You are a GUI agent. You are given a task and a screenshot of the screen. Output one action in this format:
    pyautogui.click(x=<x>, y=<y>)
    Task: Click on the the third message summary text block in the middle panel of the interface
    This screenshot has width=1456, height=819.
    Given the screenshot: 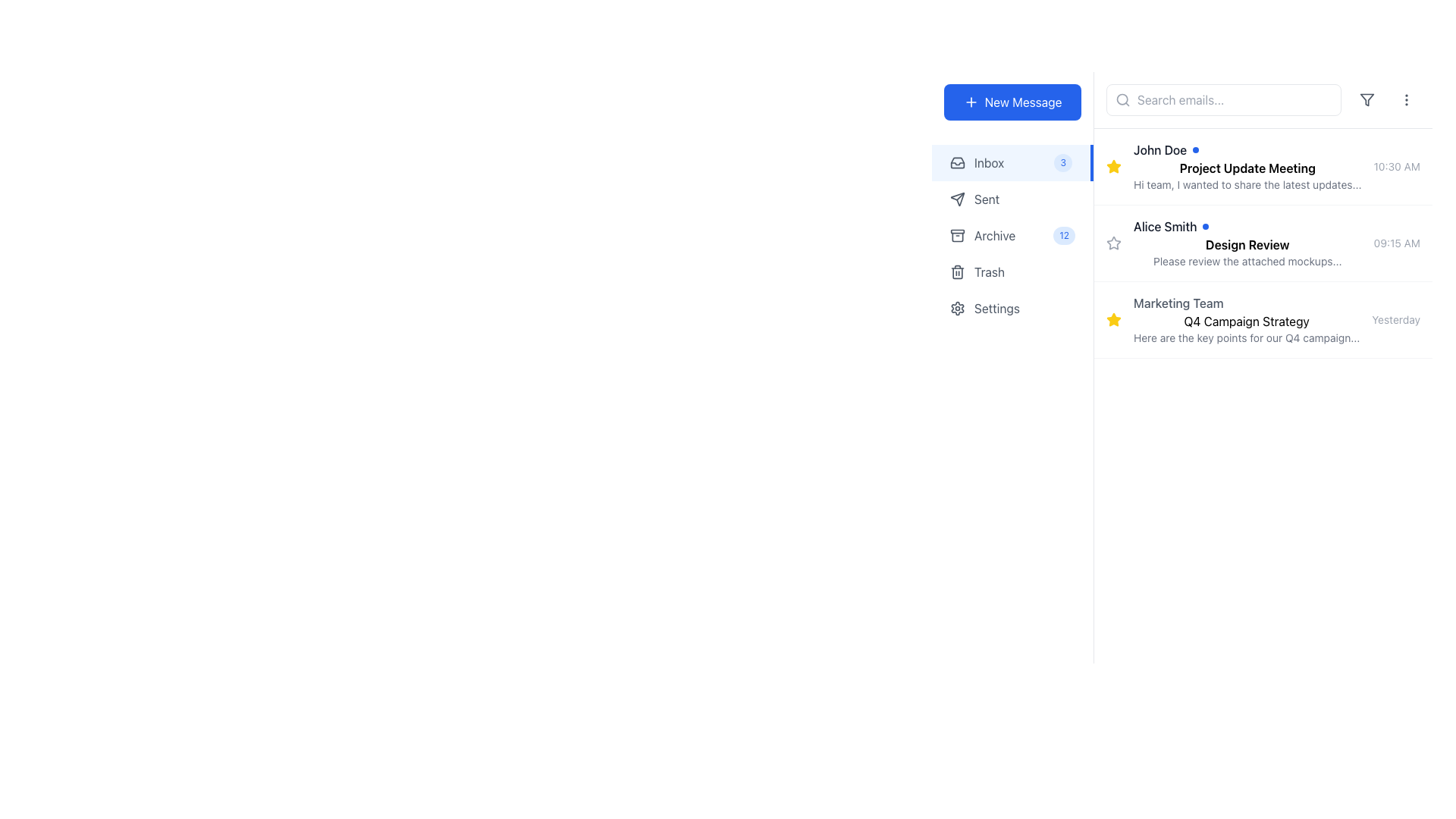 What is the action you would take?
    pyautogui.click(x=1247, y=318)
    